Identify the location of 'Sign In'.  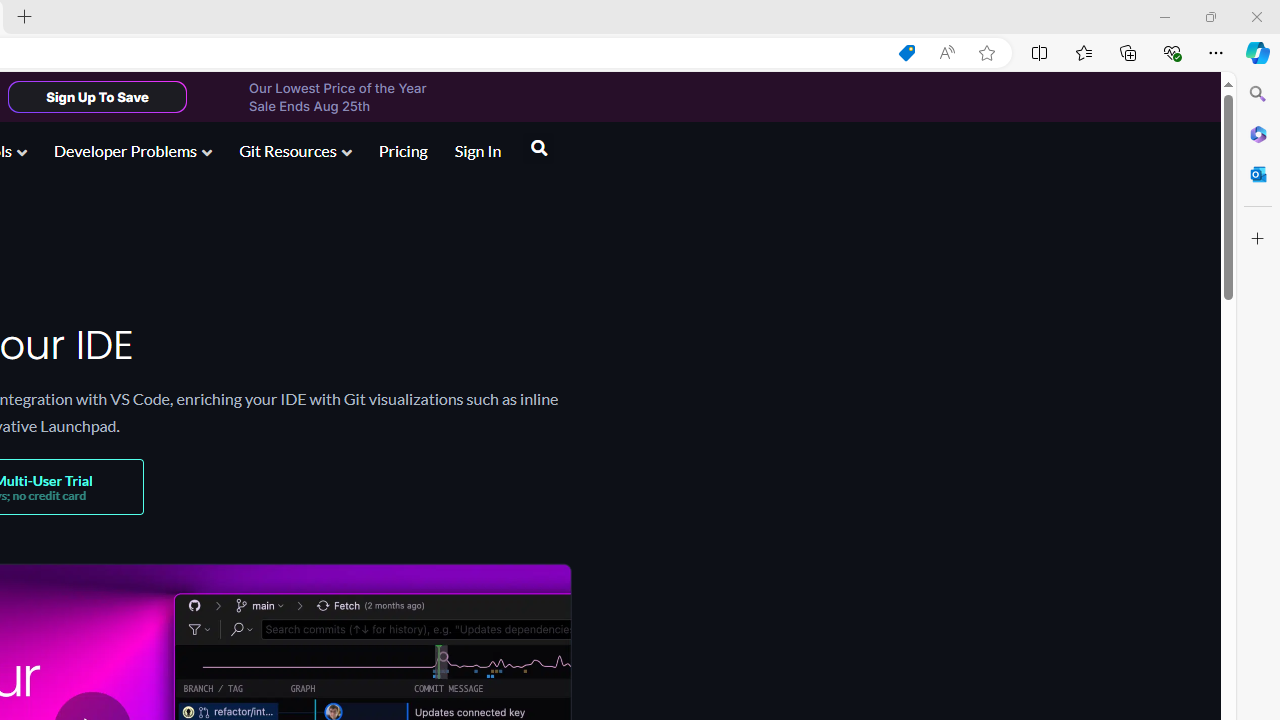
(477, 149).